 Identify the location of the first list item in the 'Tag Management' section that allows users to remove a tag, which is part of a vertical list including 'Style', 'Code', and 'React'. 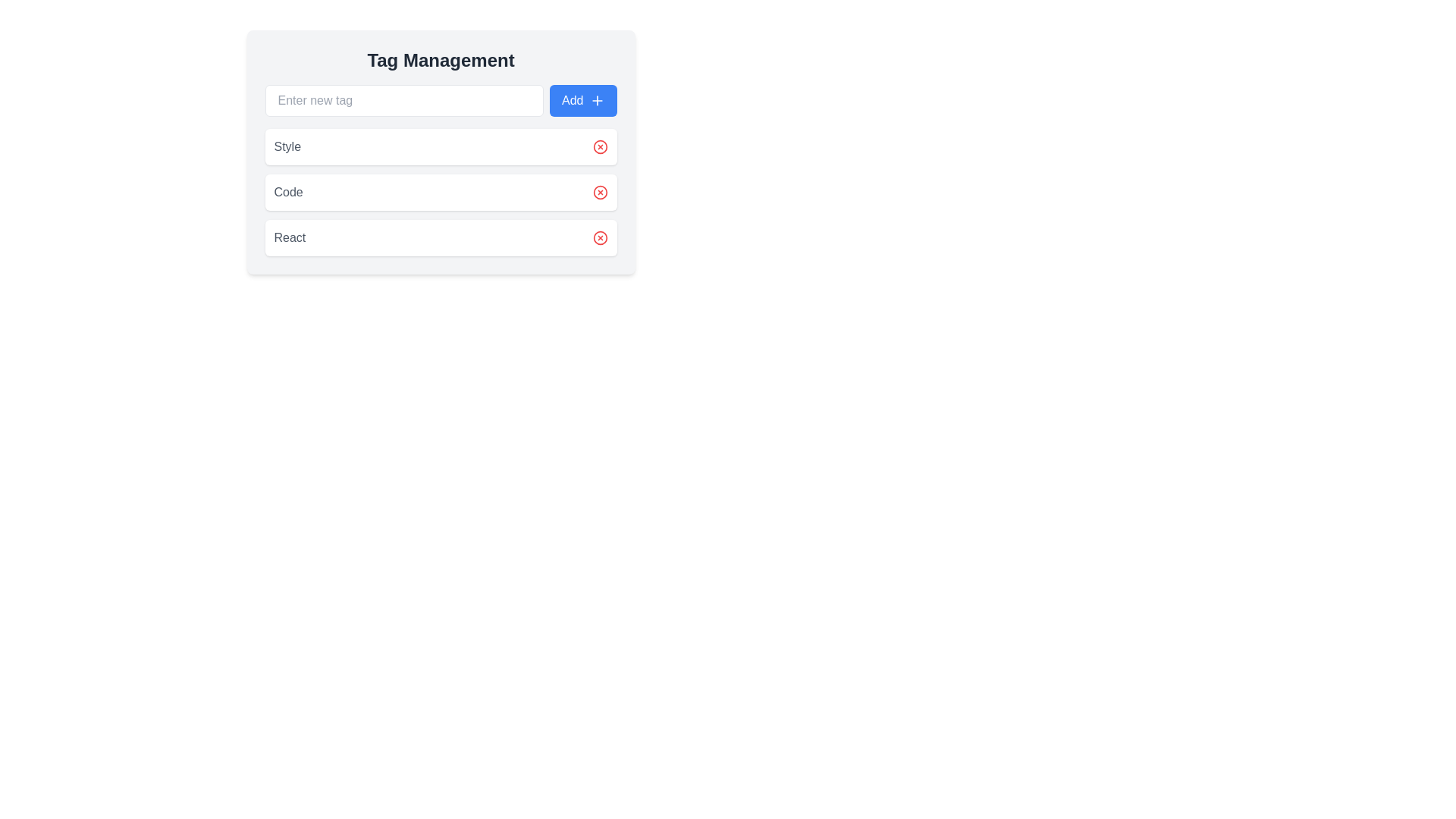
(440, 152).